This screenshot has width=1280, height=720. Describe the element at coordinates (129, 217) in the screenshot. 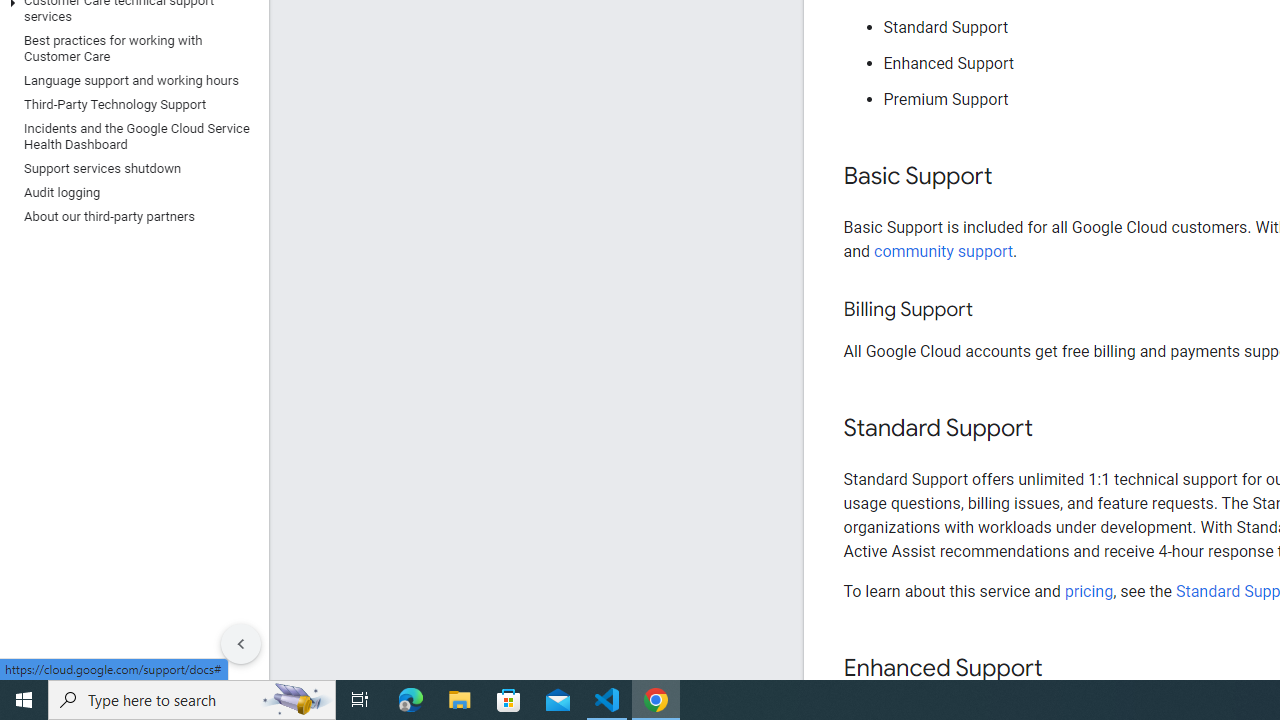

I see `'About our third-party partners'` at that location.